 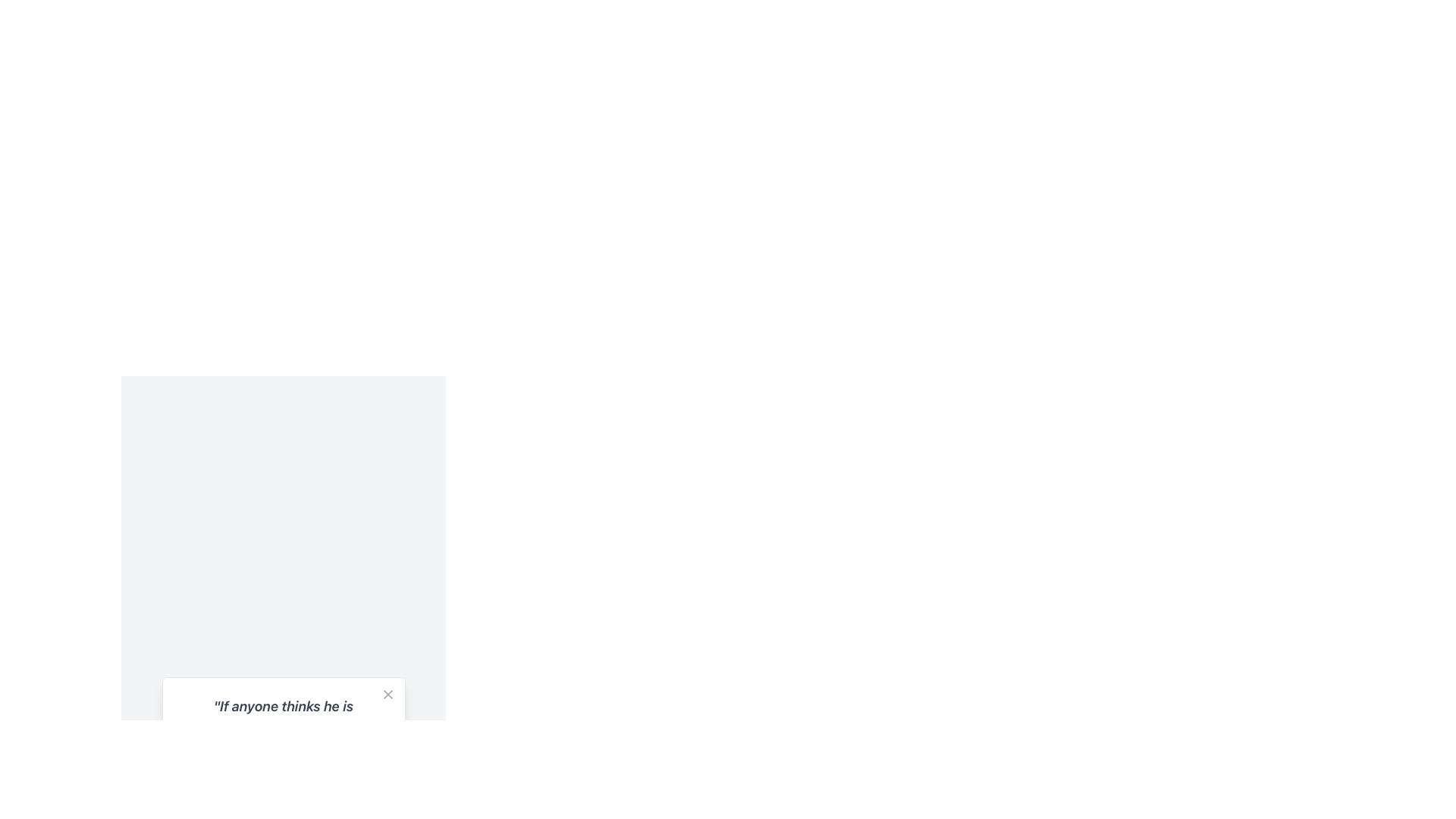 What do you see at coordinates (388, 694) in the screenshot?
I see `the interactive button located at the top-right corner of the card` at bounding box center [388, 694].